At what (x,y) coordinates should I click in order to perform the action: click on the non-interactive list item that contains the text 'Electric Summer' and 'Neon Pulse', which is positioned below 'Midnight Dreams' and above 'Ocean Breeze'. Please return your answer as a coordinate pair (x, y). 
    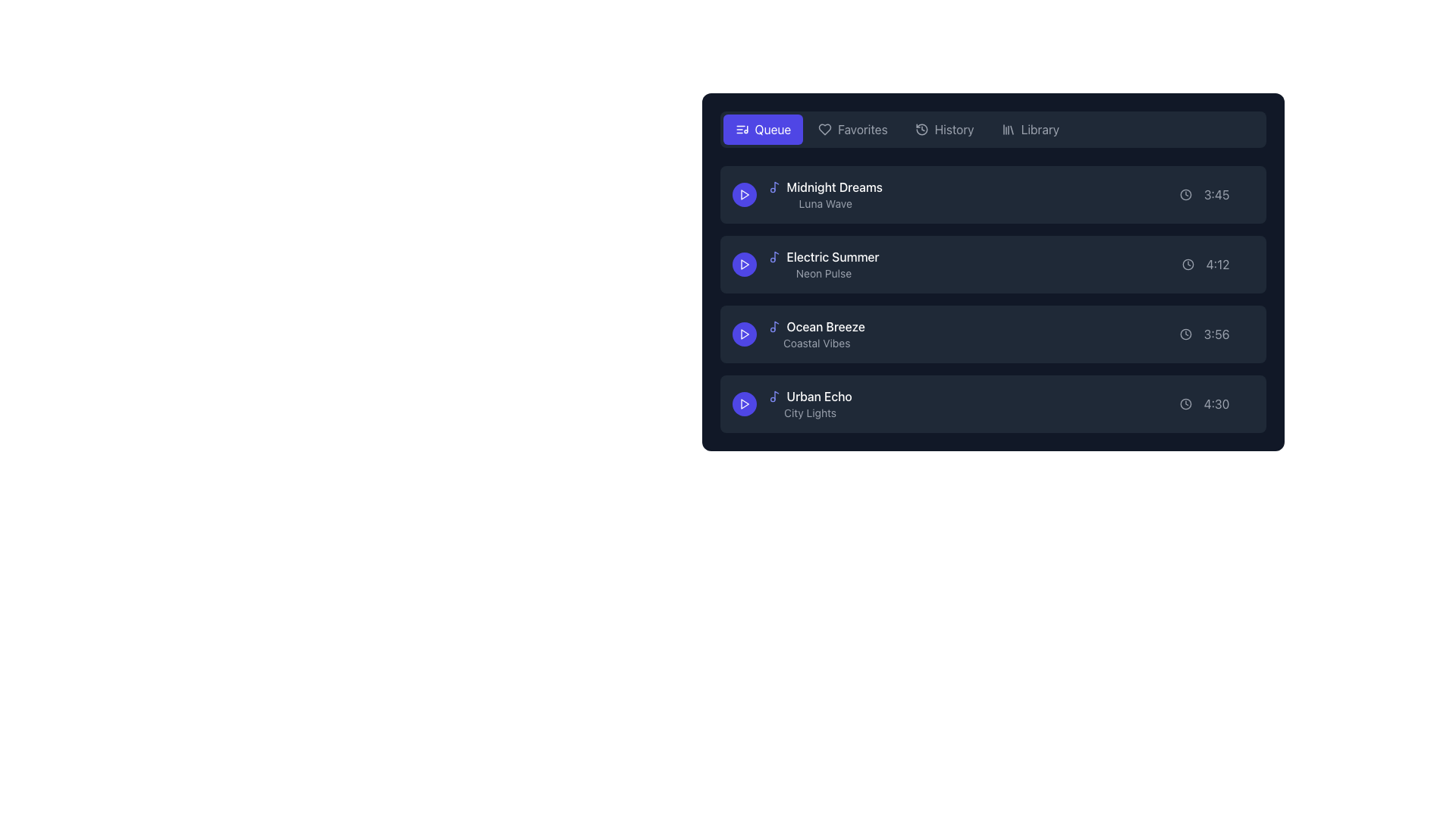
    Looking at the image, I should click on (823, 263).